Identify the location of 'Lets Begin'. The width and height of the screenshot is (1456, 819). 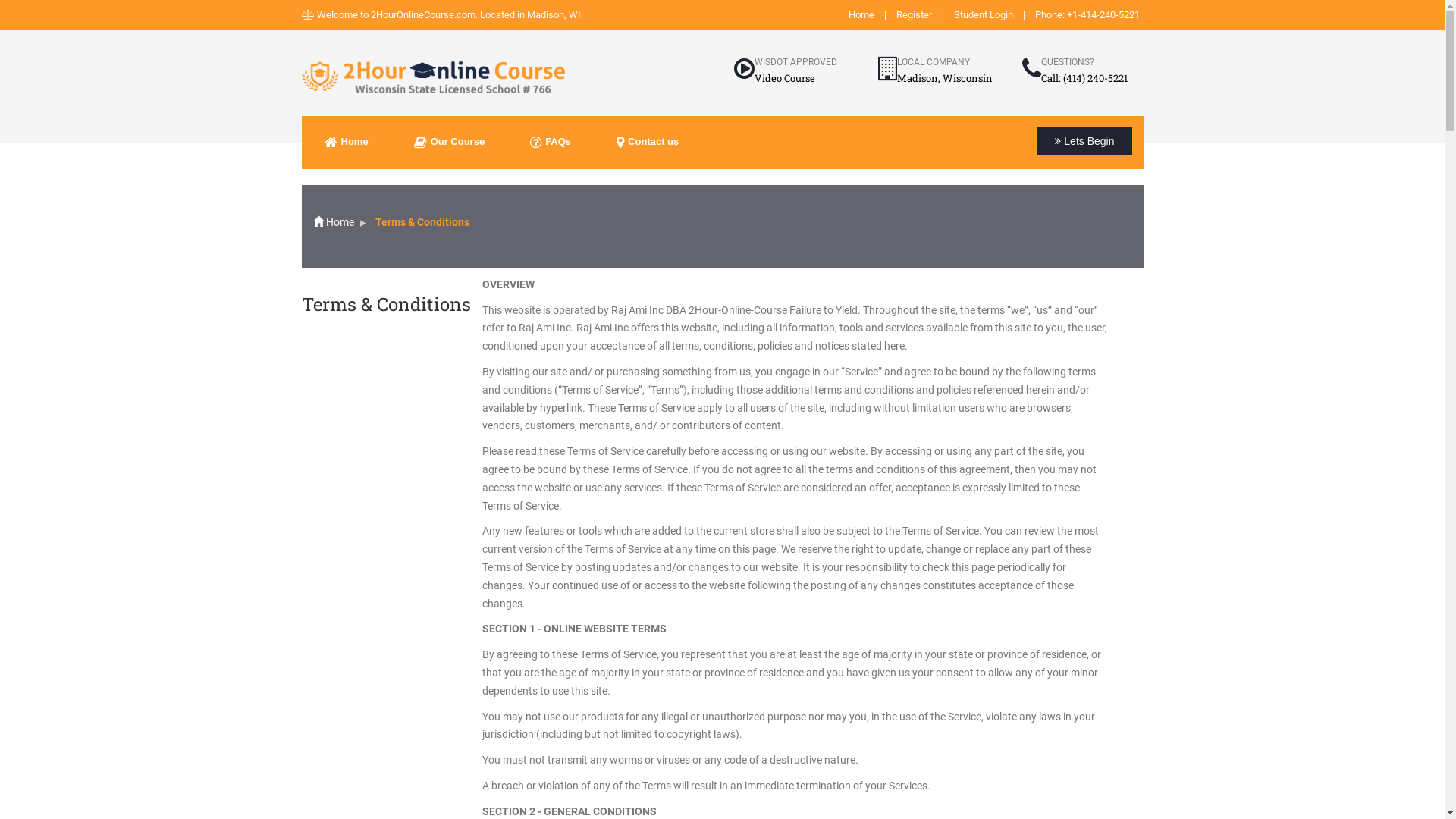
(1084, 141).